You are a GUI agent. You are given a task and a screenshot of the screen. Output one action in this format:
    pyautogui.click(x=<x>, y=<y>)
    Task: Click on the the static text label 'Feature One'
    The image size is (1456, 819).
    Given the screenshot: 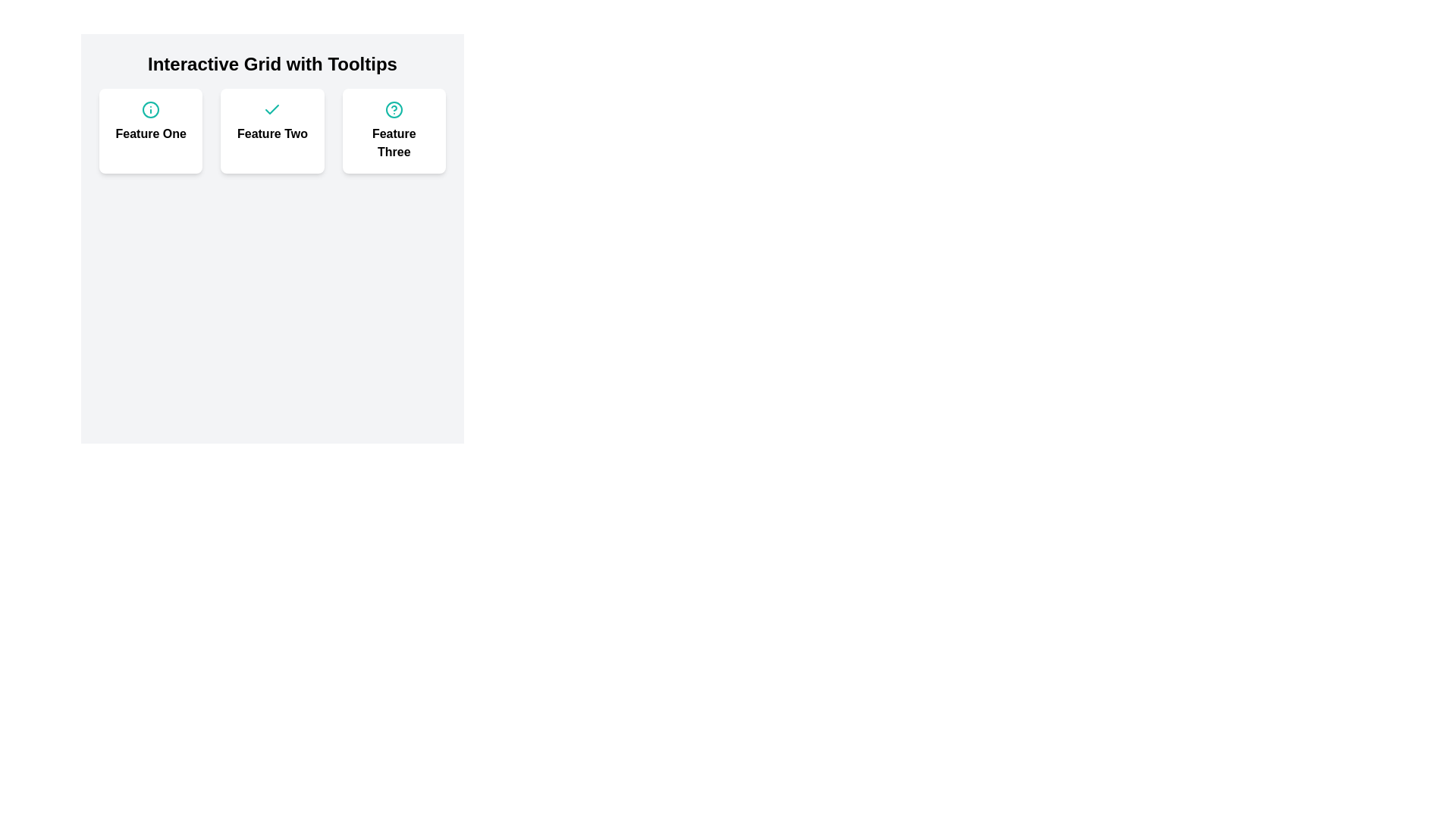 What is the action you would take?
    pyautogui.click(x=151, y=133)
    